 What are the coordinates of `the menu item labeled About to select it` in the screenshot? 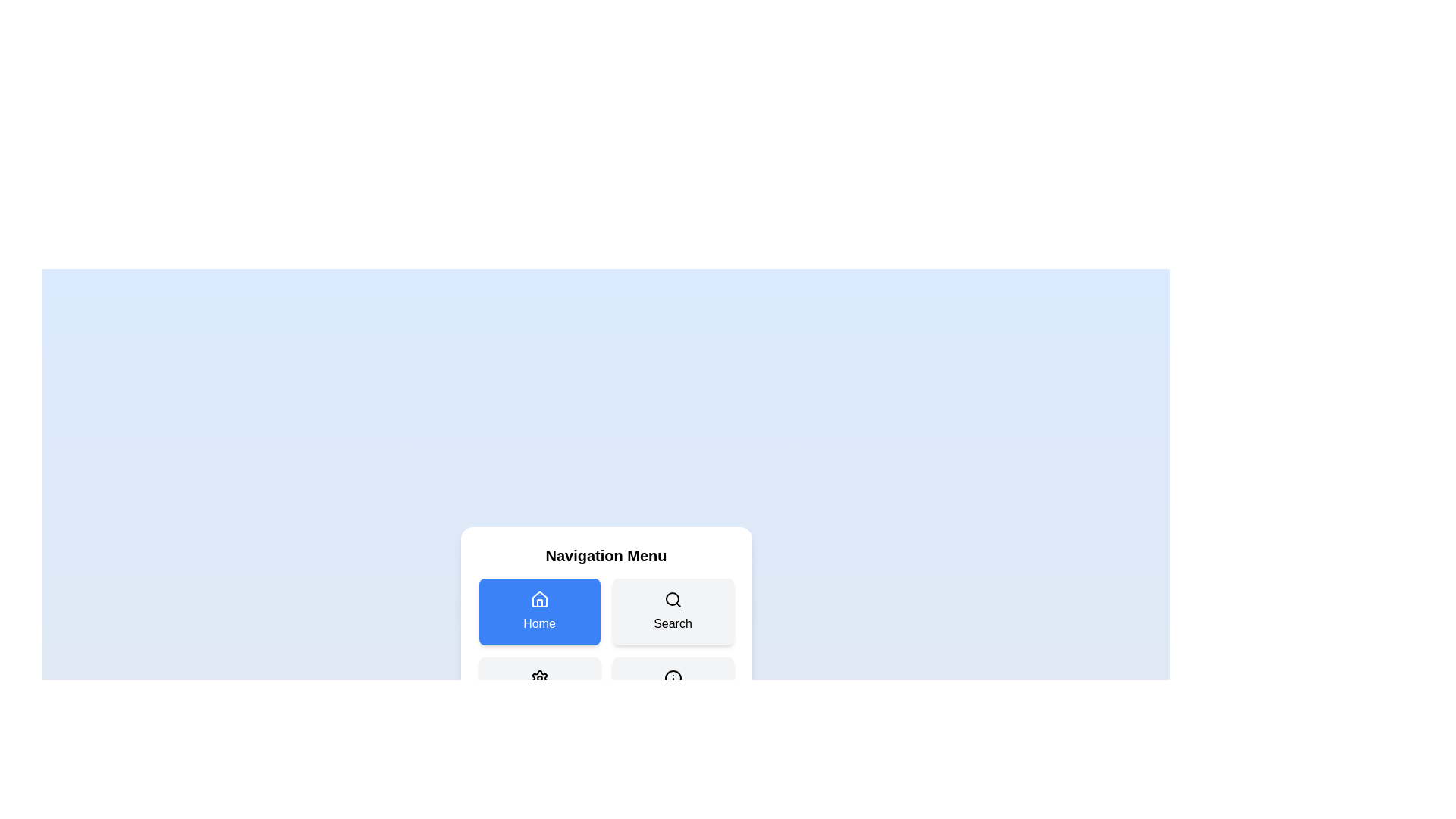 It's located at (672, 690).